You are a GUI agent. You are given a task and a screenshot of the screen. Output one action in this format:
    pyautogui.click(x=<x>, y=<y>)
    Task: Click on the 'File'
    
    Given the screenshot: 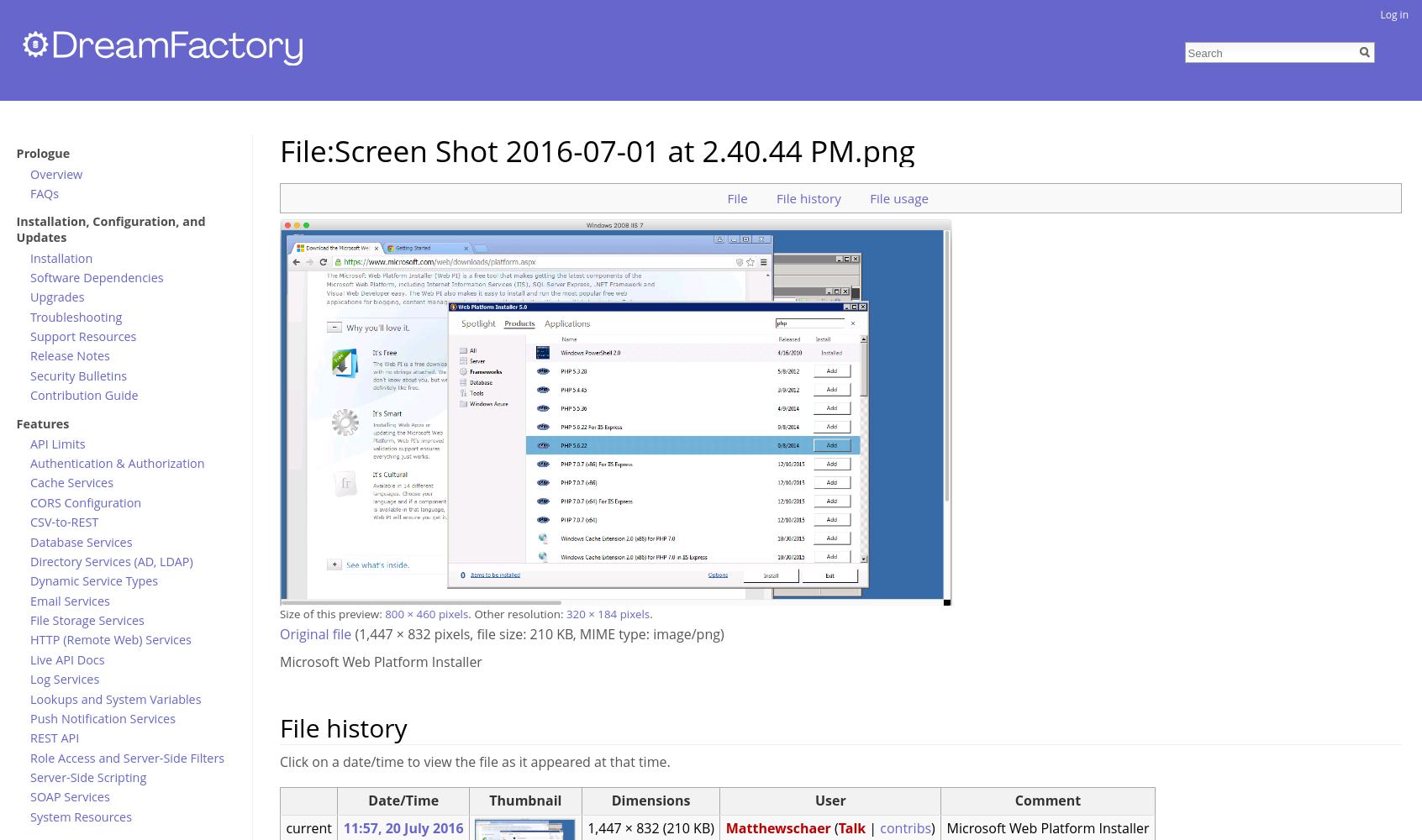 What is the action you would take?
    pyautogui.click(x=735, y=197)
    